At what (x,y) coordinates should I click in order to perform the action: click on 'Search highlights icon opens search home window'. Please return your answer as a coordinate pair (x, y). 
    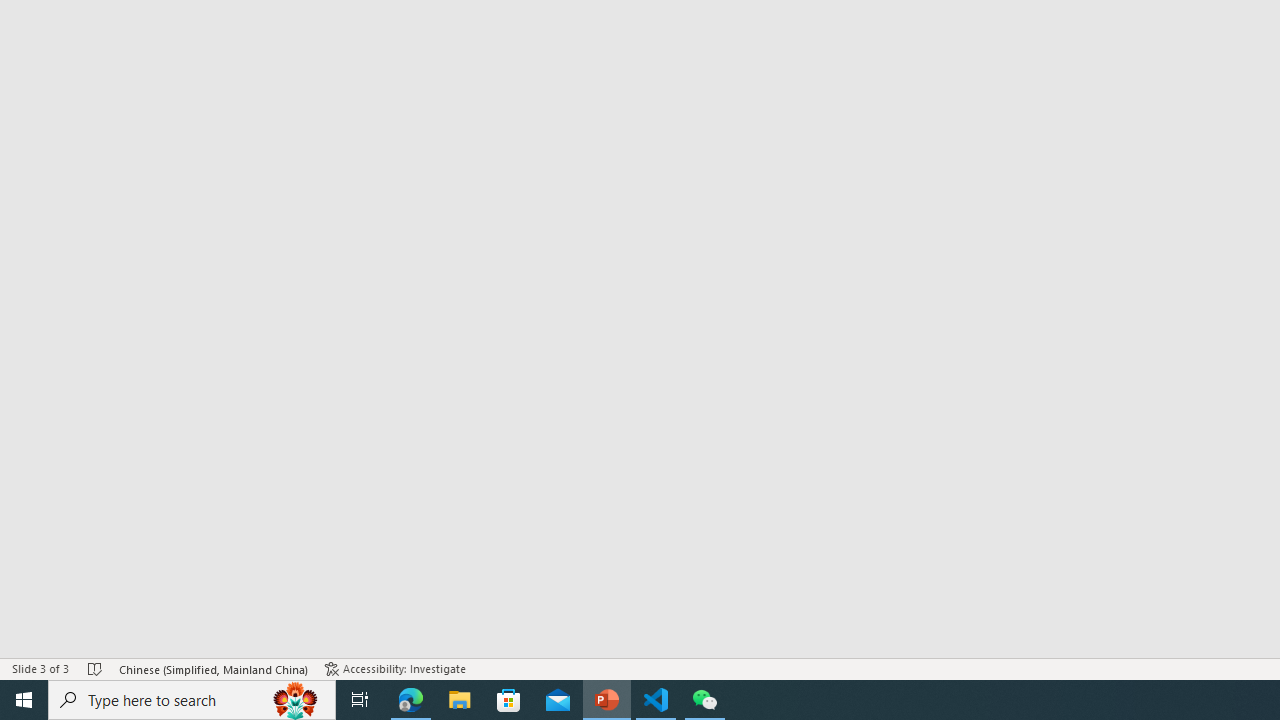
    Looking at the image, I should click on (294, 698).